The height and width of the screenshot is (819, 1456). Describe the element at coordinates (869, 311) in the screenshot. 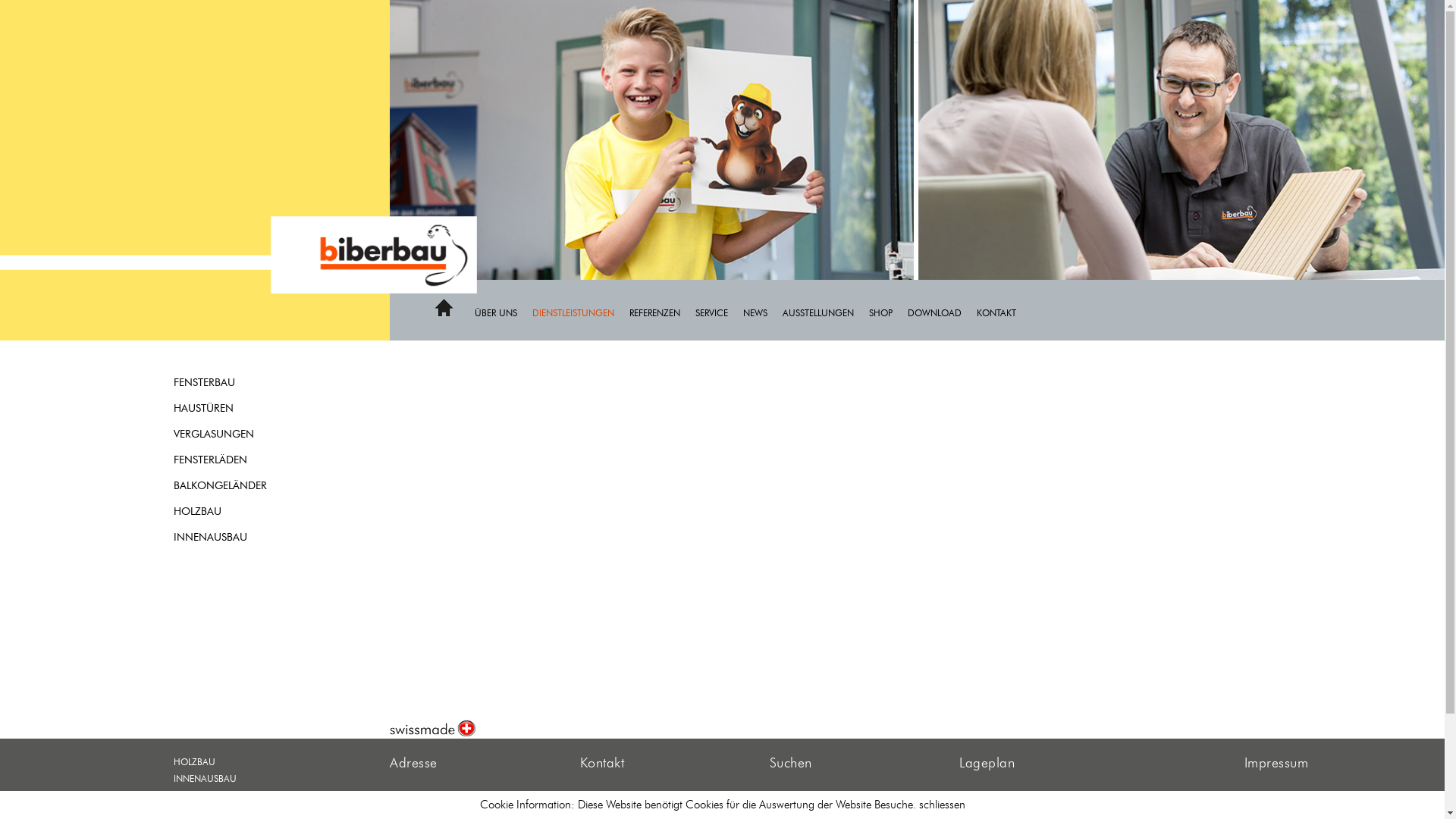

I see `'SHOP'` at that location.